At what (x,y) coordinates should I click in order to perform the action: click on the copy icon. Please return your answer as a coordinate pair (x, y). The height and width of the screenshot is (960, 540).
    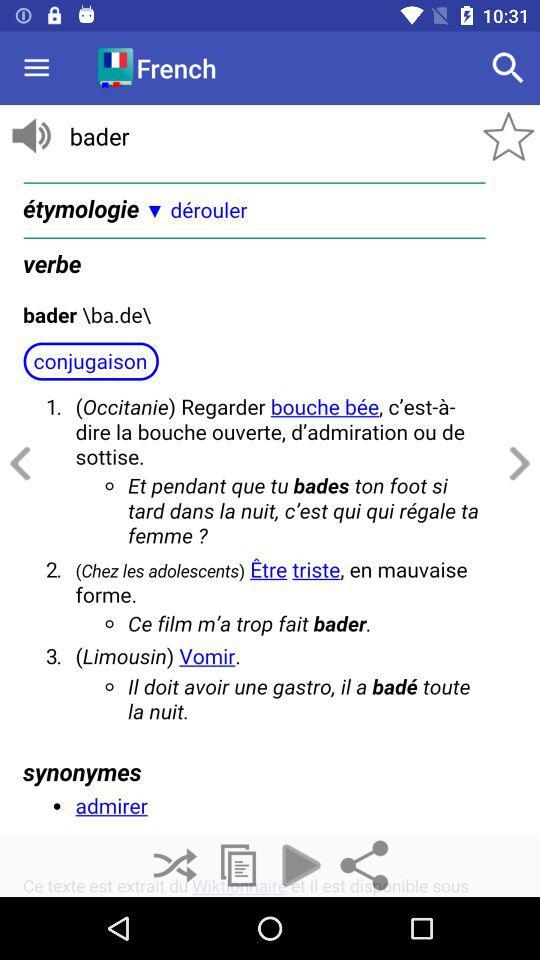
    Looking at the image, I should click on (238, 864).